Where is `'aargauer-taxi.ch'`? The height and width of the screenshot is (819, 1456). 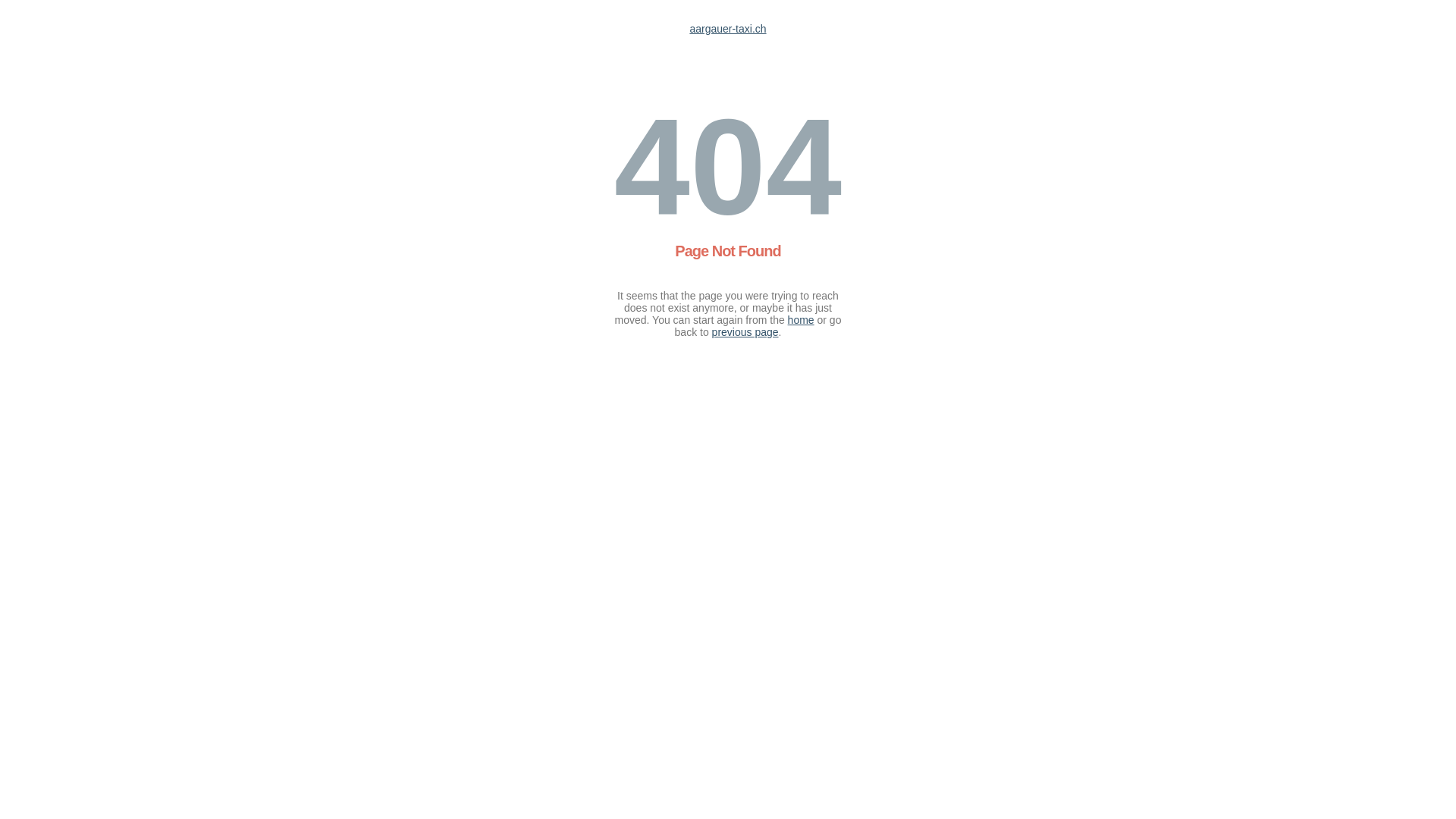
'aargauer-taxi.ch' is located at coordinates (726, 29).